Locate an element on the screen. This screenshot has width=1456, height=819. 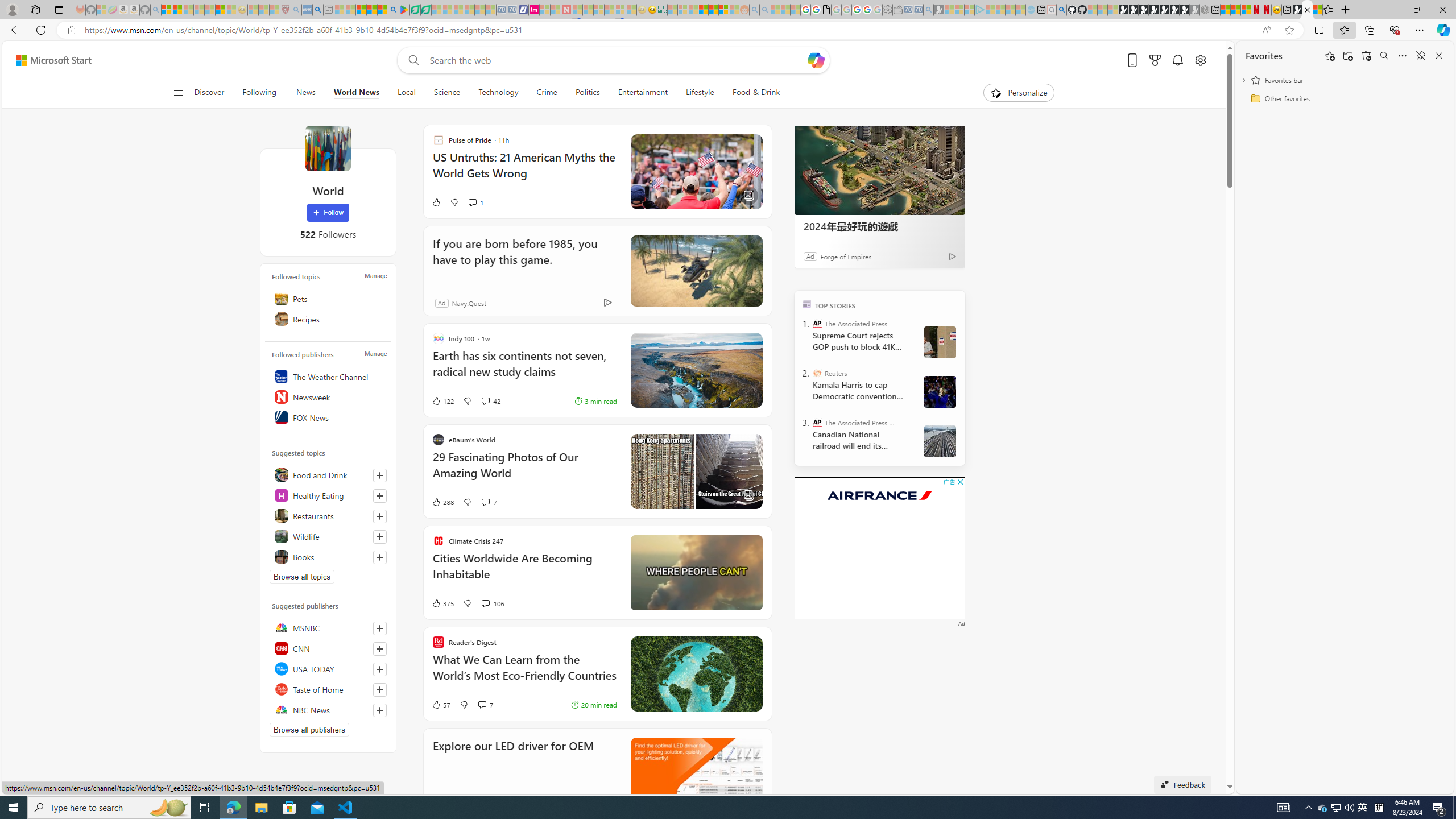
'Reuters' is located at coordinates (816, 372).